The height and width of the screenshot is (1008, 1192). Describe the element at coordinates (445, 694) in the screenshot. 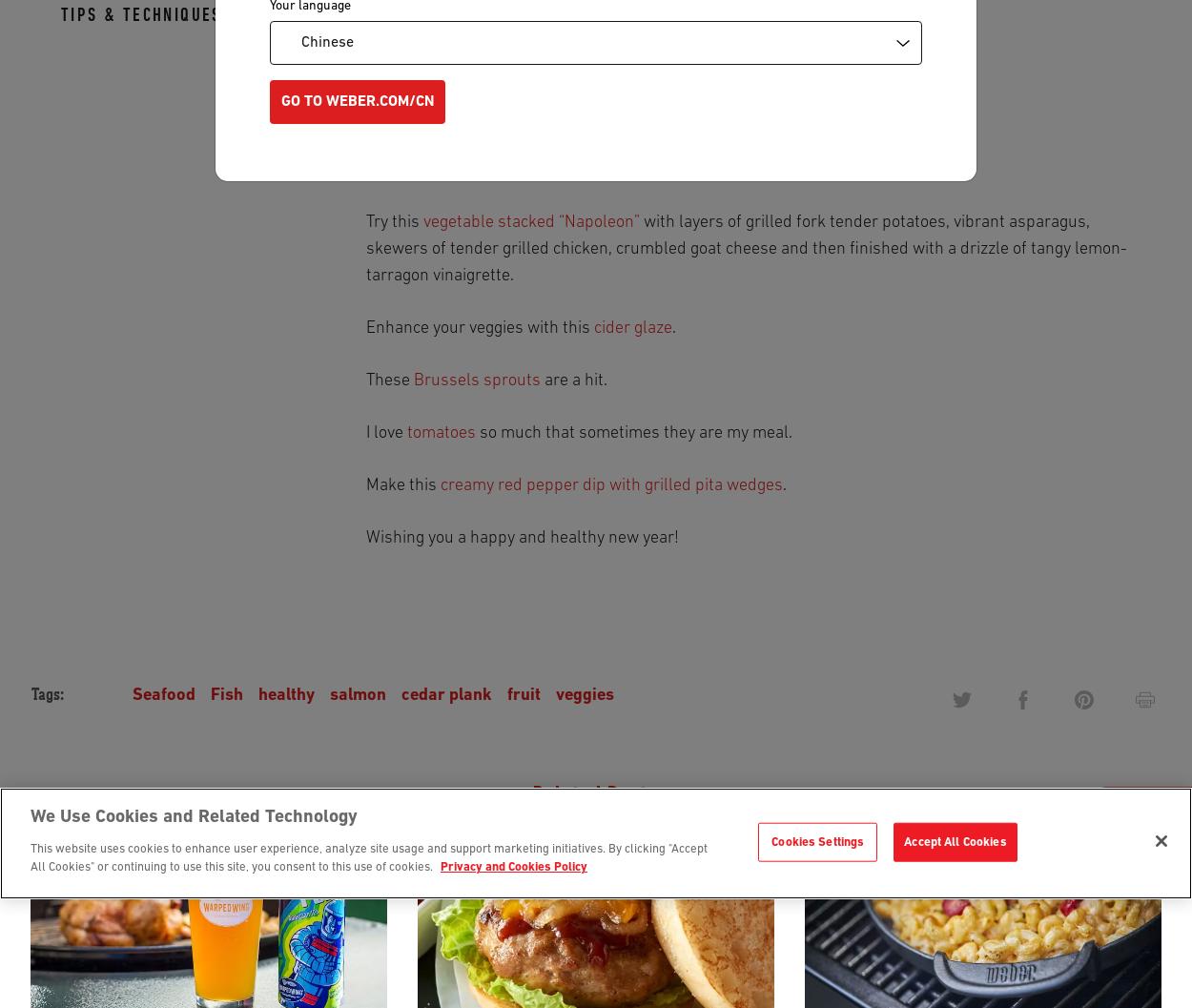

I see `'cedar plank'` at that location.